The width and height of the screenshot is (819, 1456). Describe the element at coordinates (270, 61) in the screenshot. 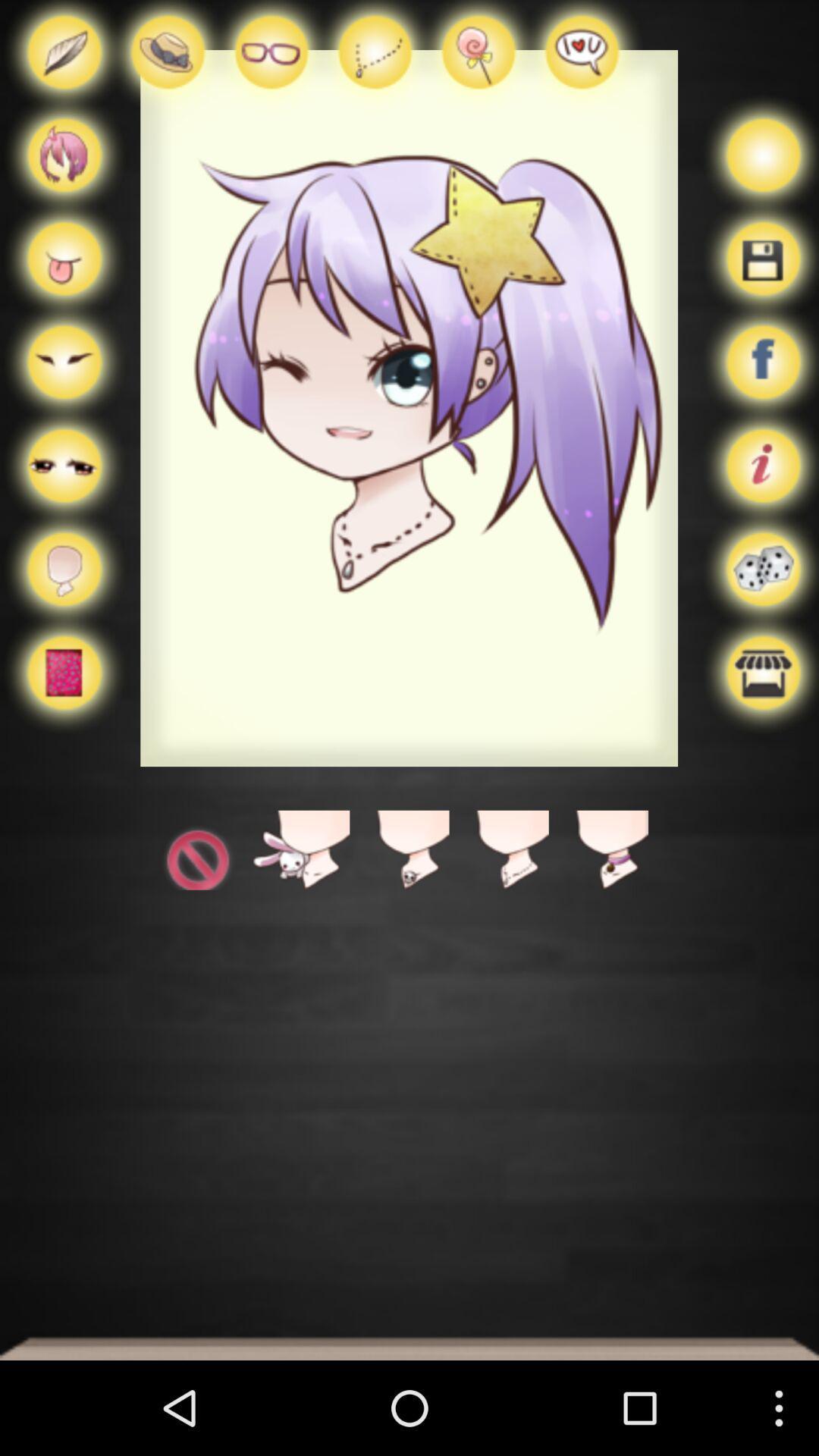

I see `the photo icon` at that location.